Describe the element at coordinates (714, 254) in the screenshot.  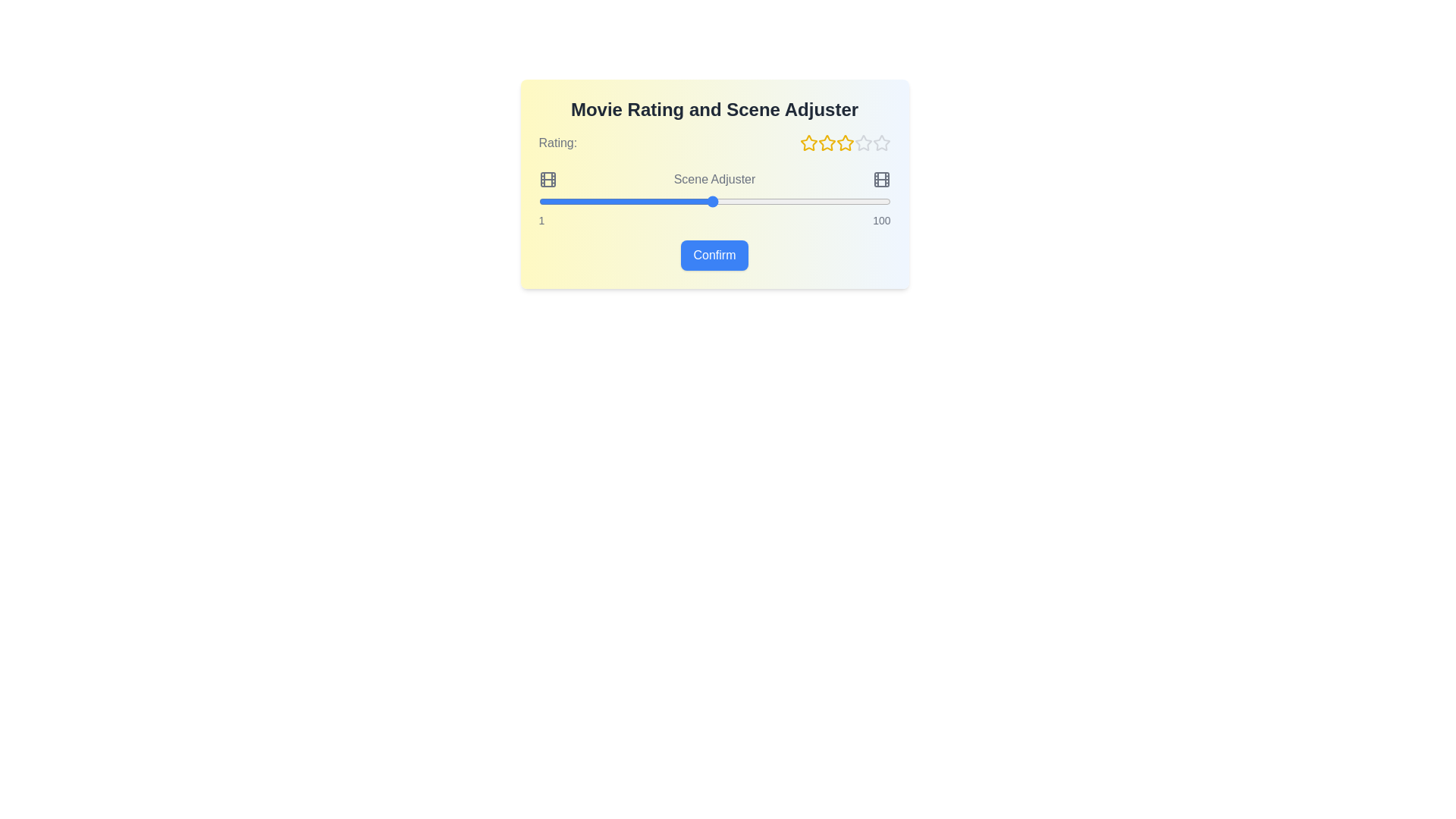
I see `'Confirm' button to submit the rating and scene` at that location.